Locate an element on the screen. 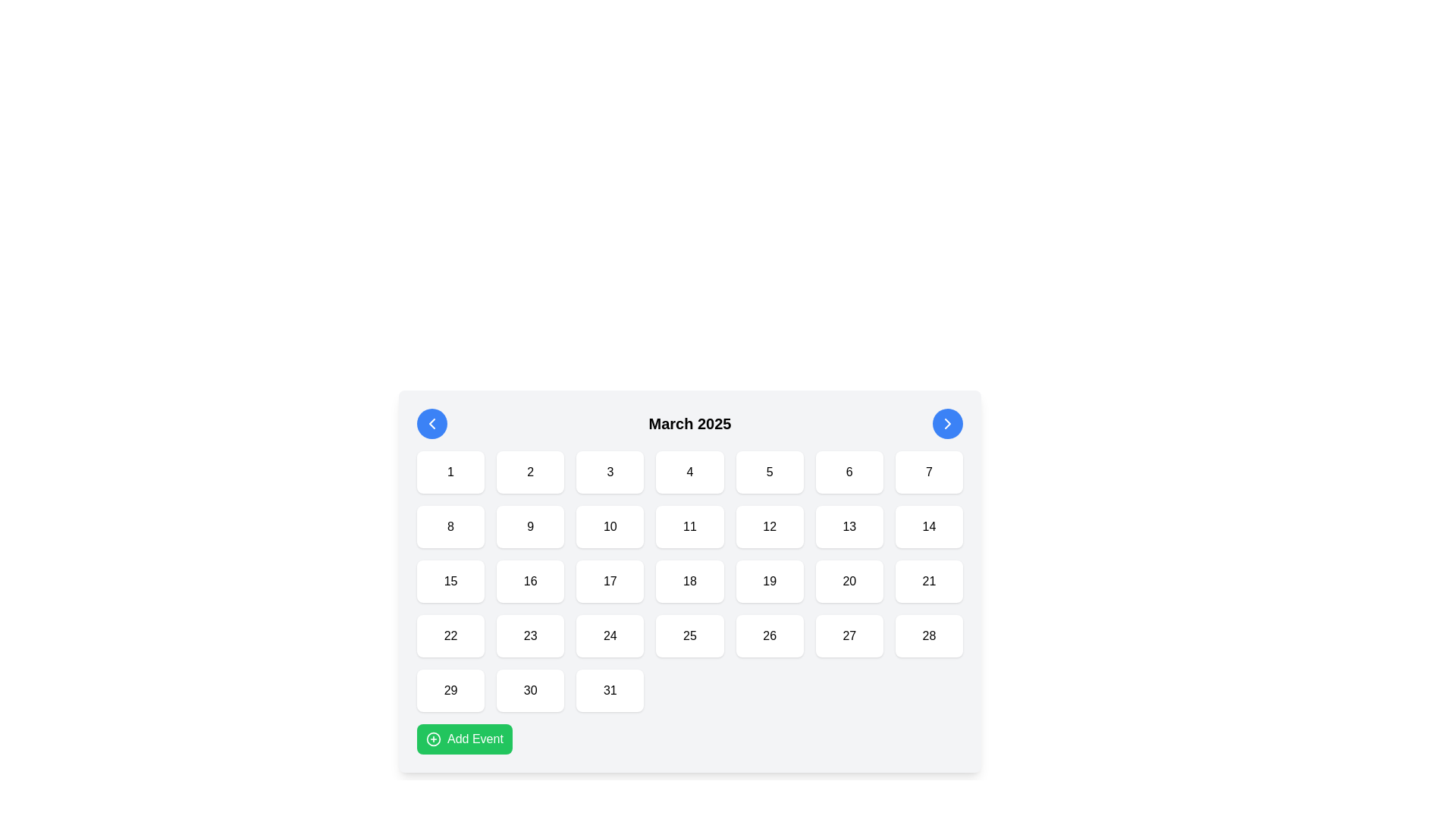  the tile displaying the numeral '6' in a bold, centered font is located at coordinates (849, 472).